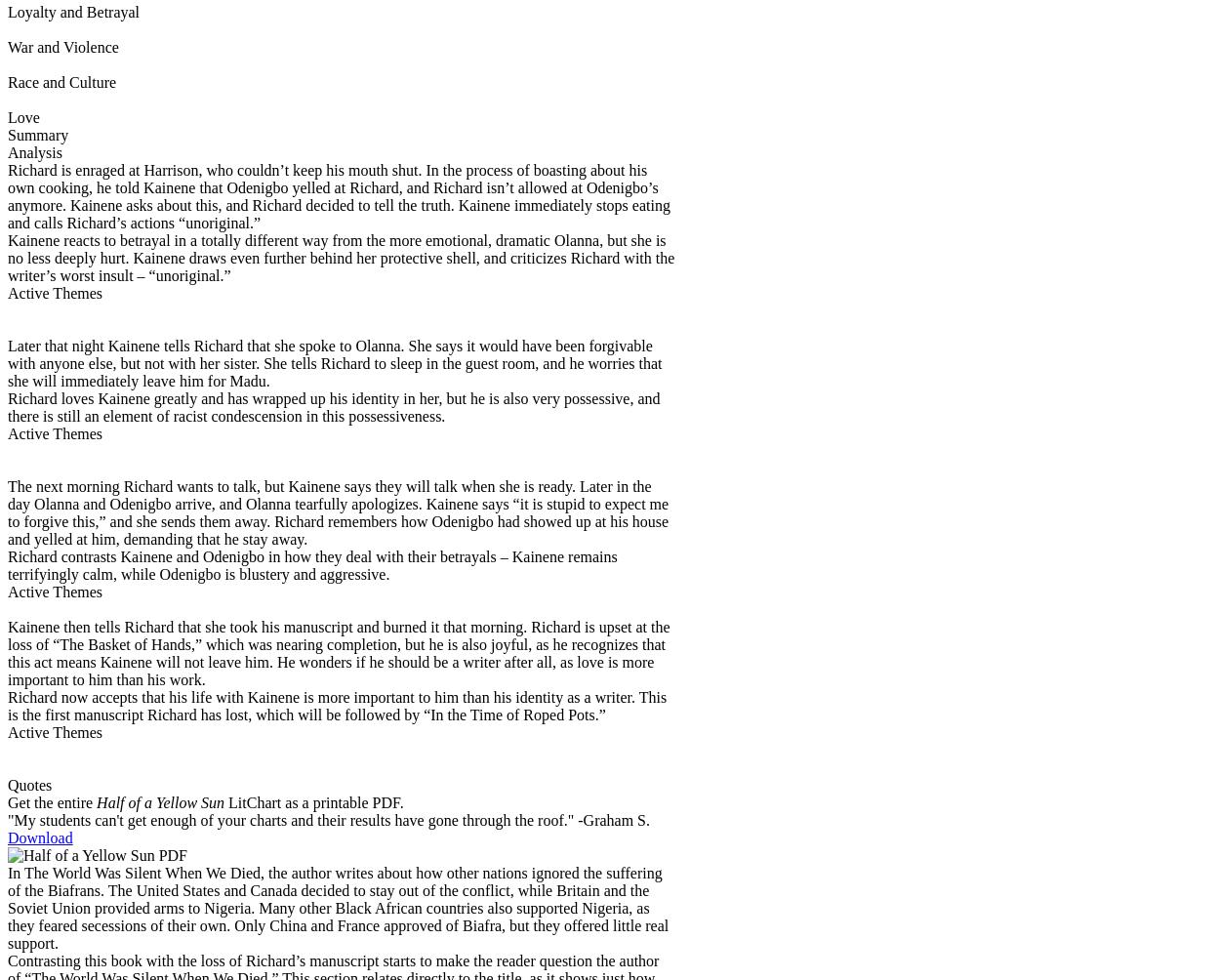 This screenshot has width=1218, height=980. What do you see at coordinates (338, 651) in the screenshot?
I see `'that she took his manuscript and burned it that morning. Richard is upset at the loss of “The Basket of Hands,” which was nearing completion, but he is also joyful, as he recognizes that this act means Kainene will not leave him. He wonders if he should be a writer after all, as love is more important to him than his work.'` at bounding box center [338, 651].